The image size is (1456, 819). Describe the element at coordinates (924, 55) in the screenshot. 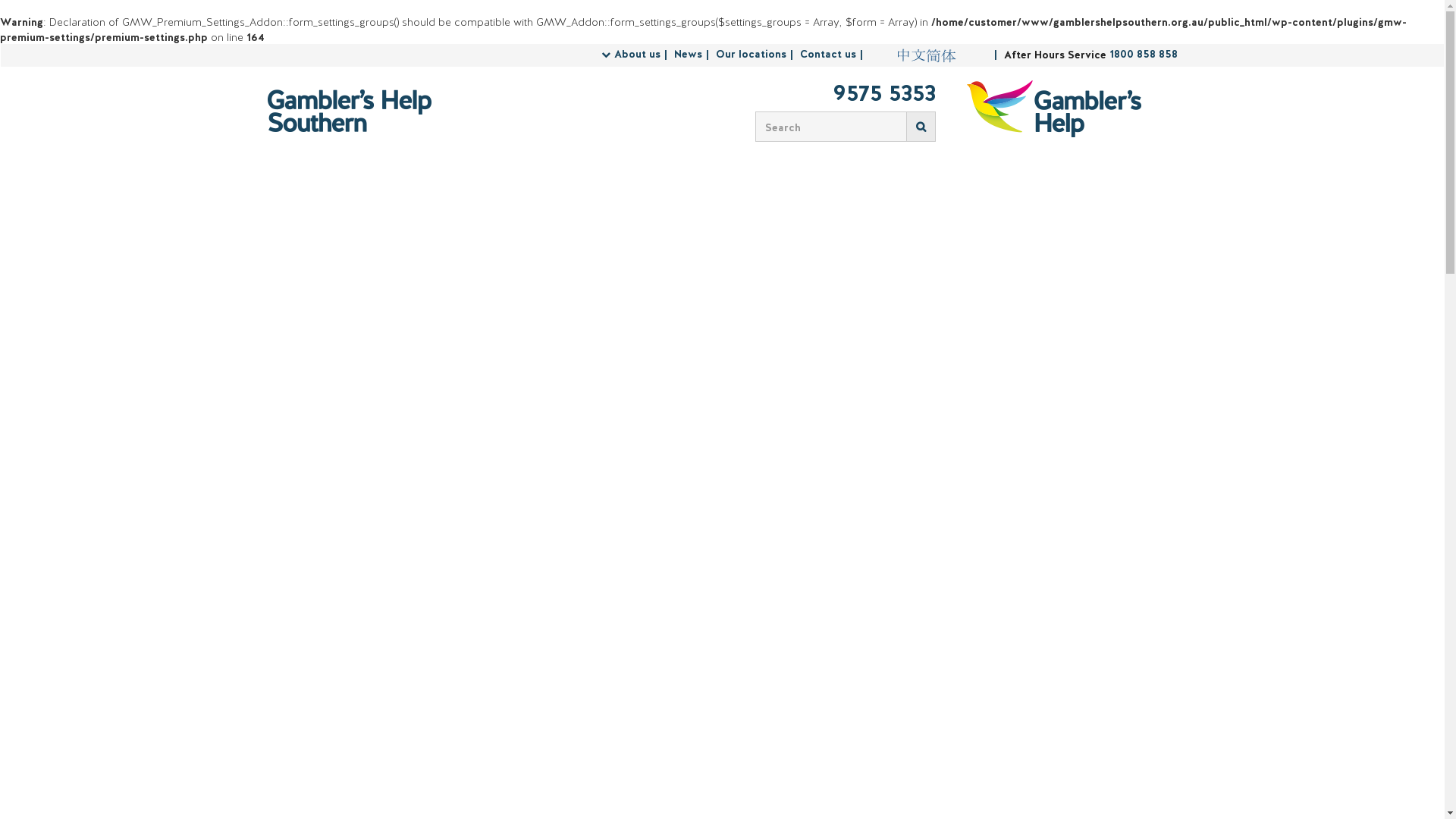

I see `'Help in other languages'` at that location.